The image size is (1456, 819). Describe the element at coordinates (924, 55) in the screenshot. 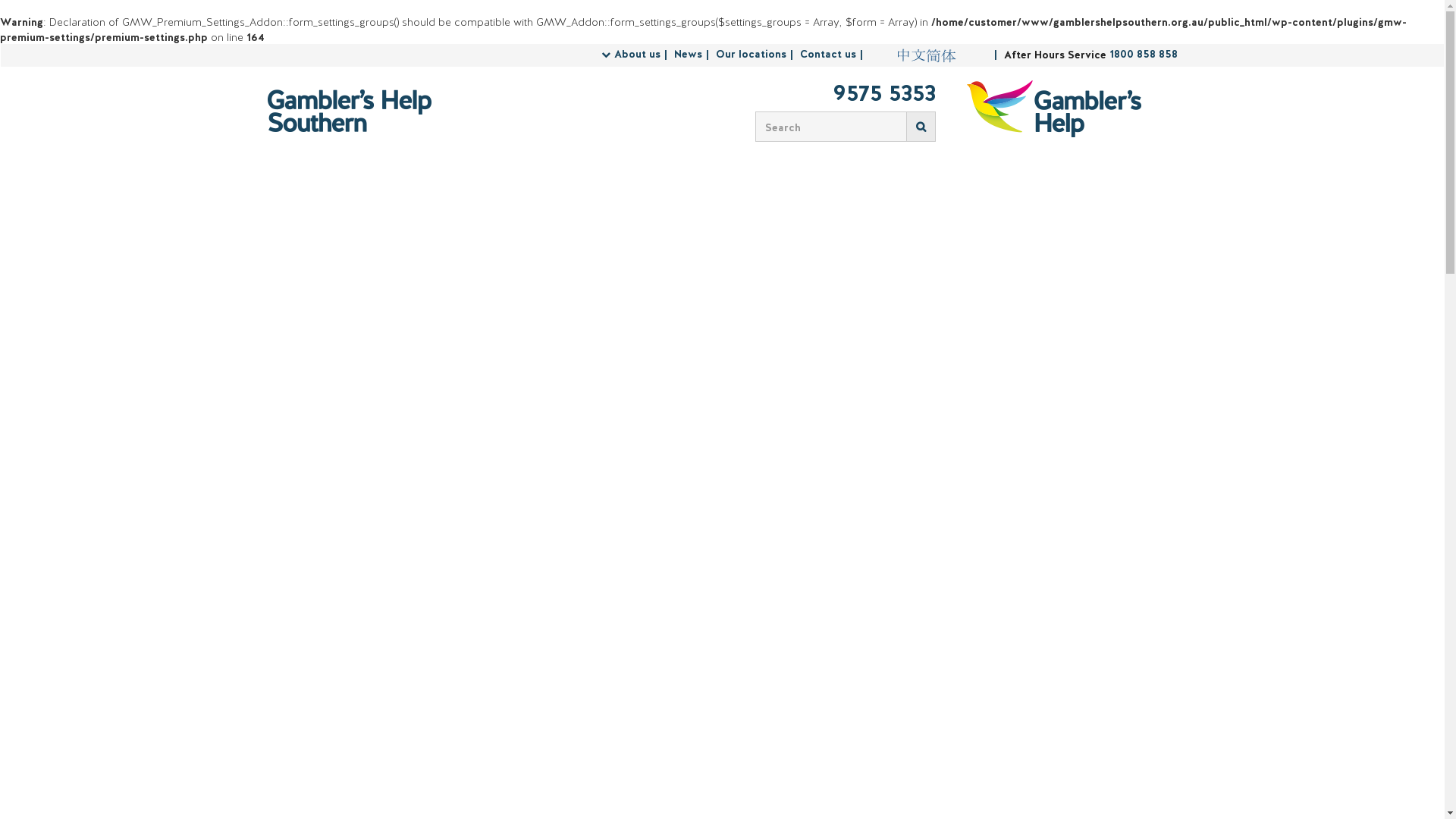

I see `'Help in other languages'` at that location.